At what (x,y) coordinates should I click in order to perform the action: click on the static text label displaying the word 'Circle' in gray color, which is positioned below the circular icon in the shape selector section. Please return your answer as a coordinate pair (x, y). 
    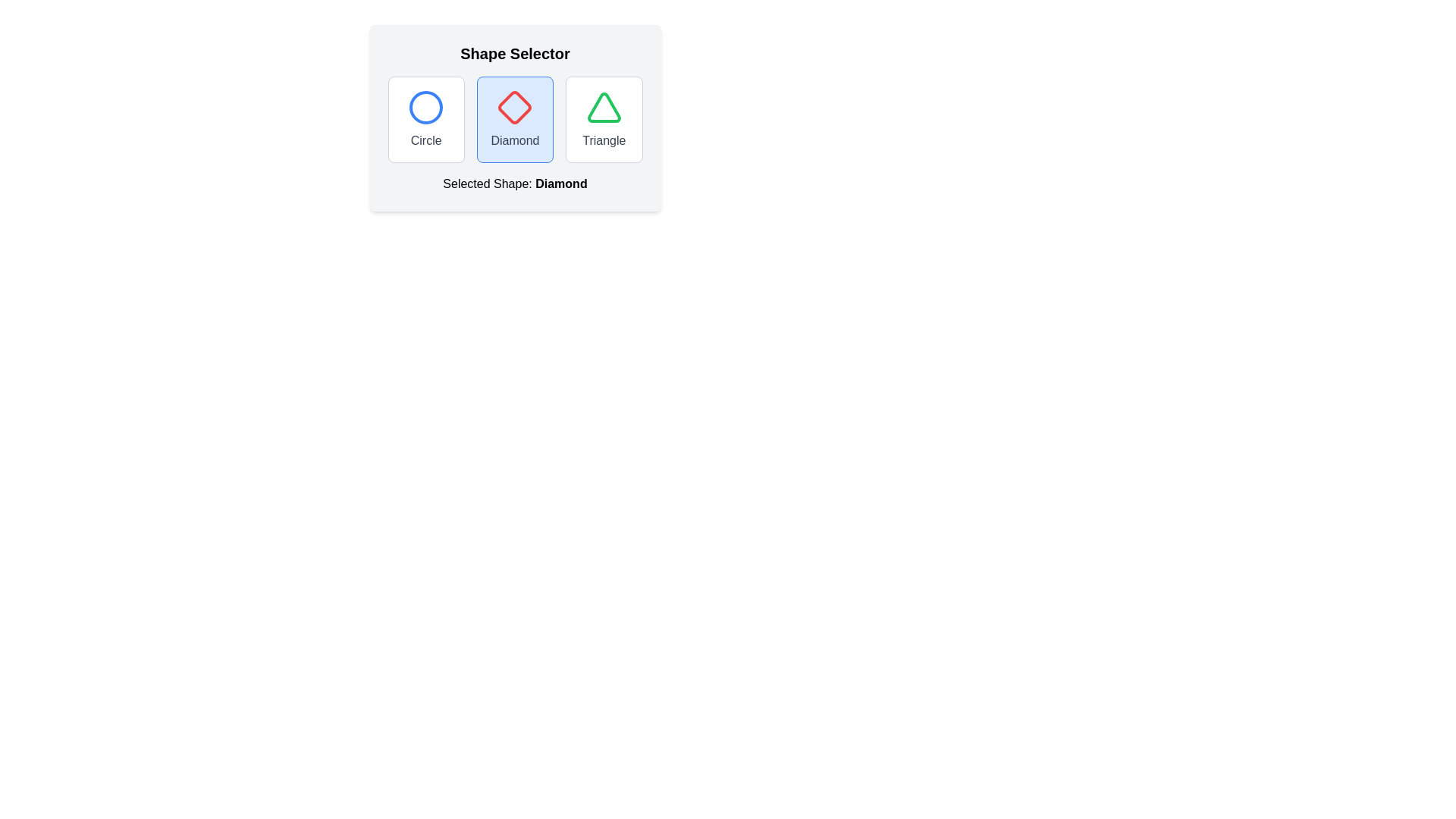
    Looking at the image, I should click on (425, 140).